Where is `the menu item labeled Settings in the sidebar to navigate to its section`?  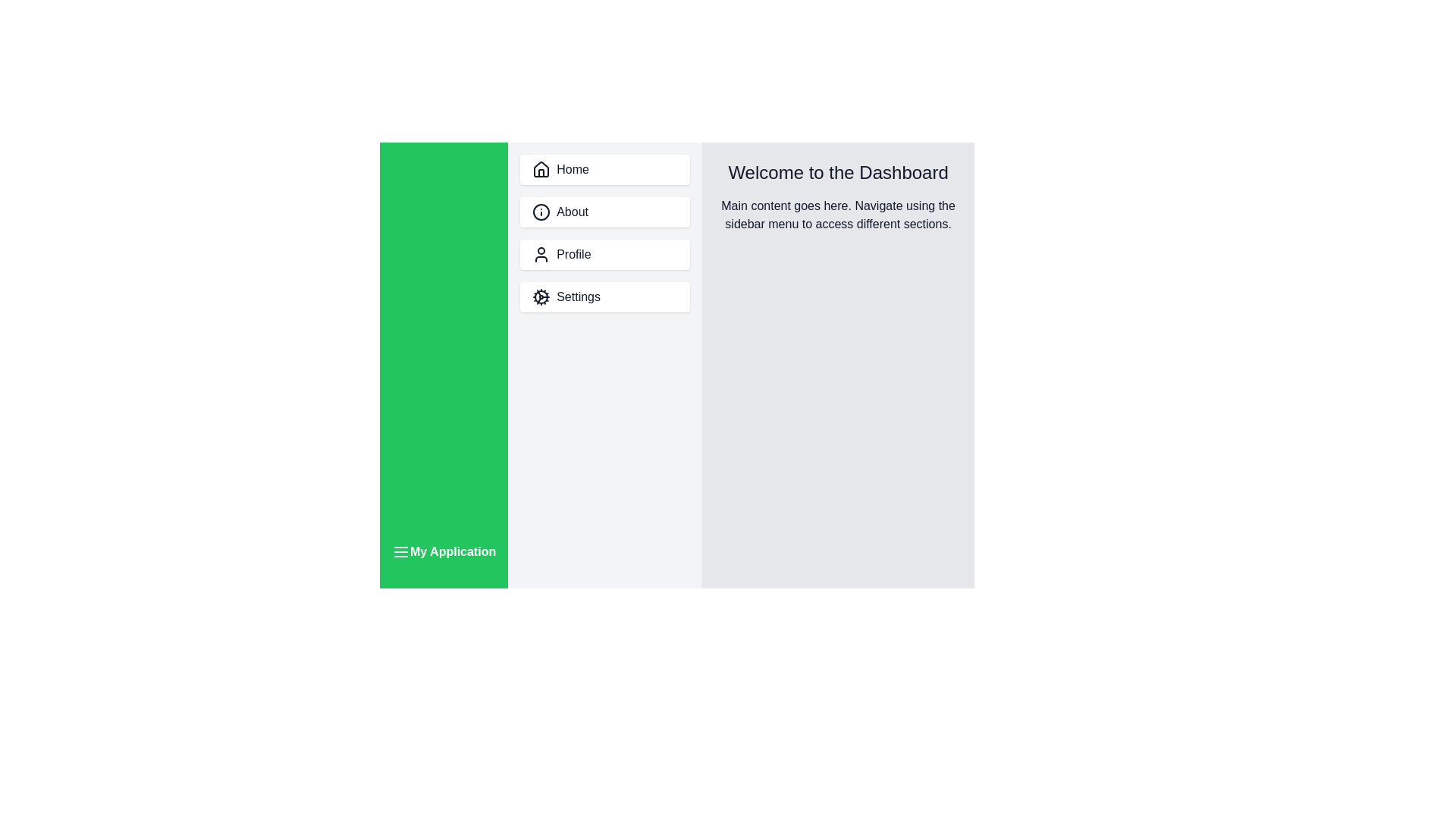 the menu item labeled Settings in the sidebar to navigate to its section is located at coordinates (604, 297).